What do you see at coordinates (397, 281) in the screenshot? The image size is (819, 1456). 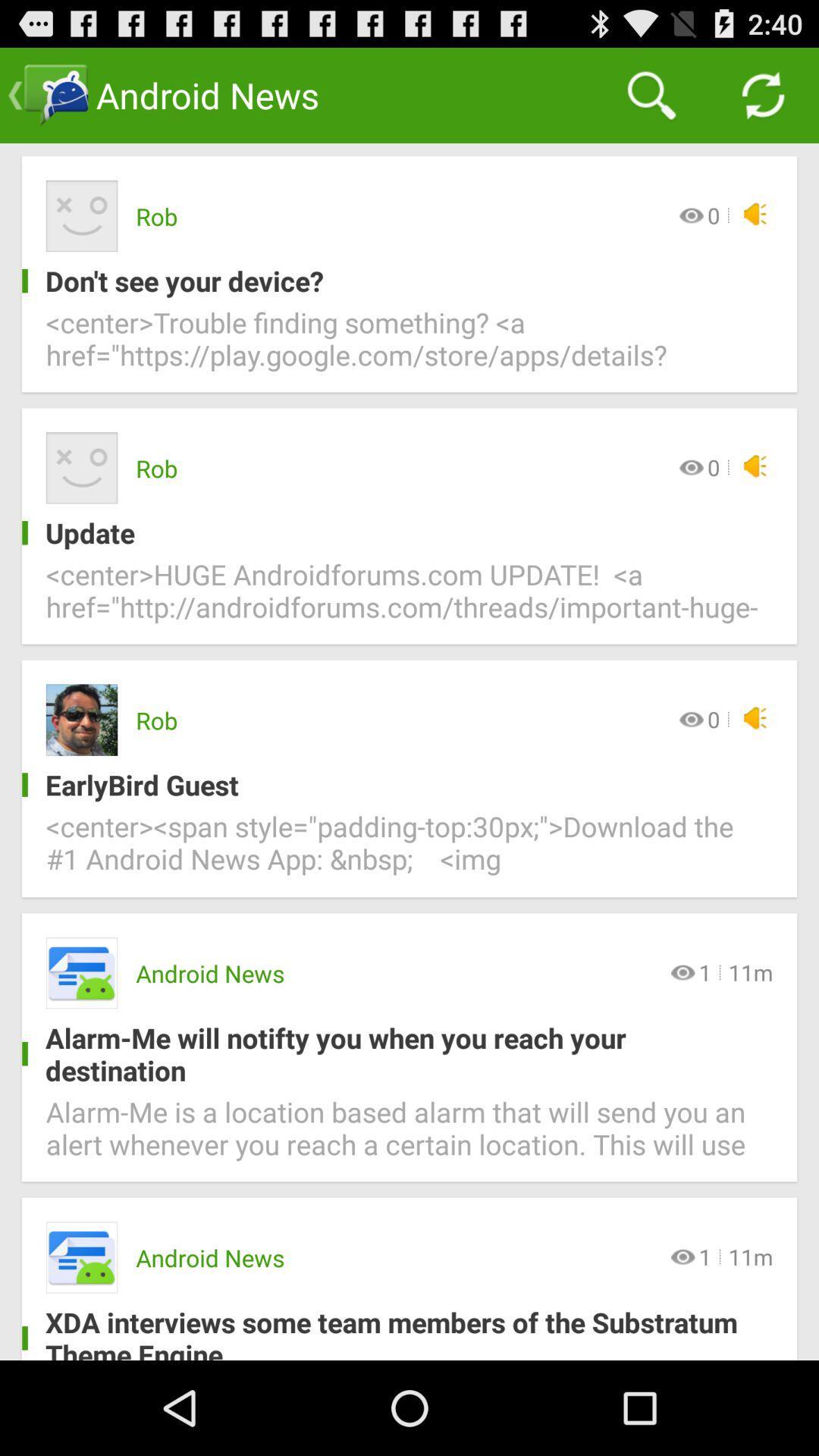 I see `don t see item` at bounding box center [397, 281].